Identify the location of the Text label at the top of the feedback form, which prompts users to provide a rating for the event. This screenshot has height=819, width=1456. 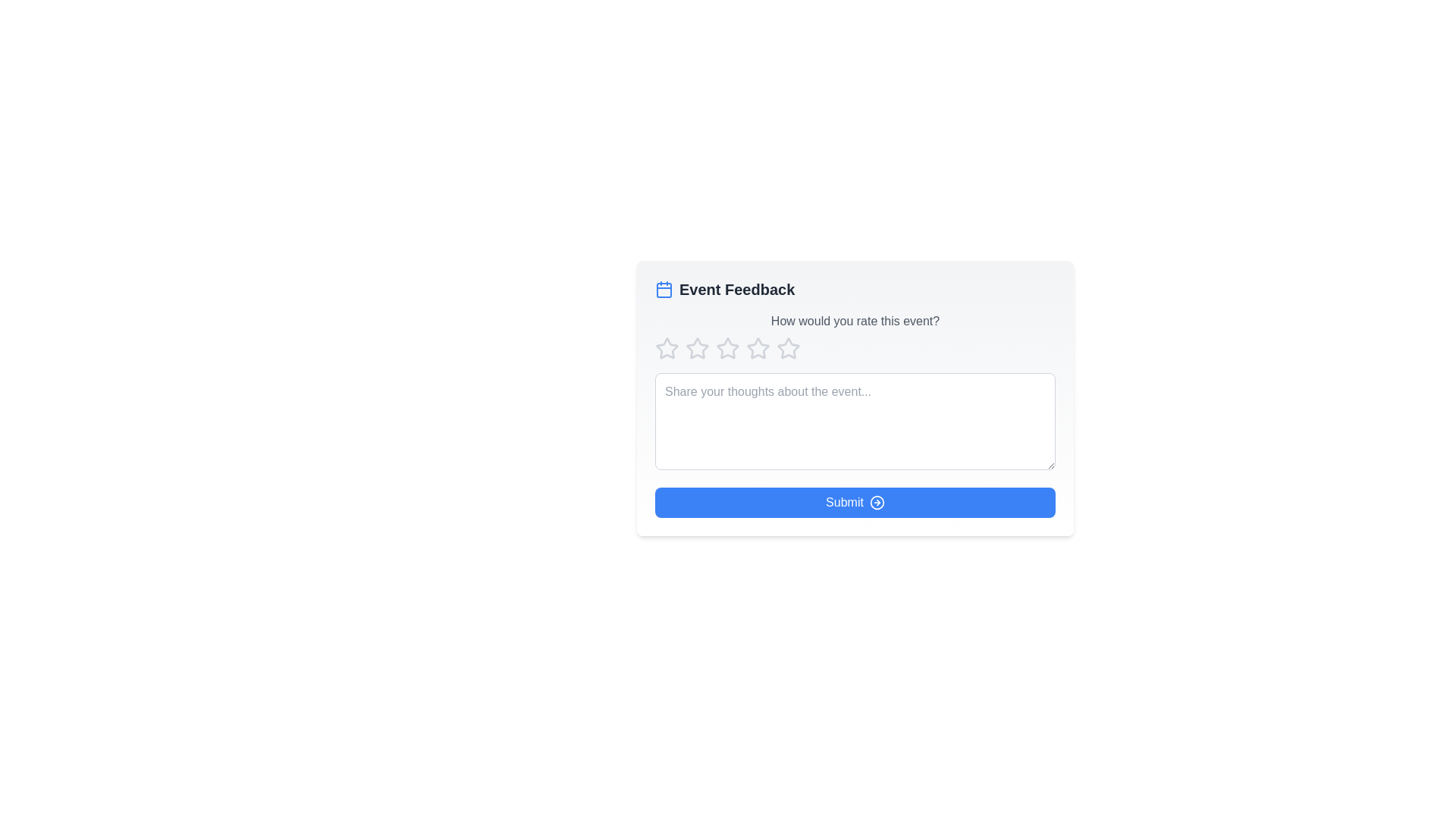
(855, 321).